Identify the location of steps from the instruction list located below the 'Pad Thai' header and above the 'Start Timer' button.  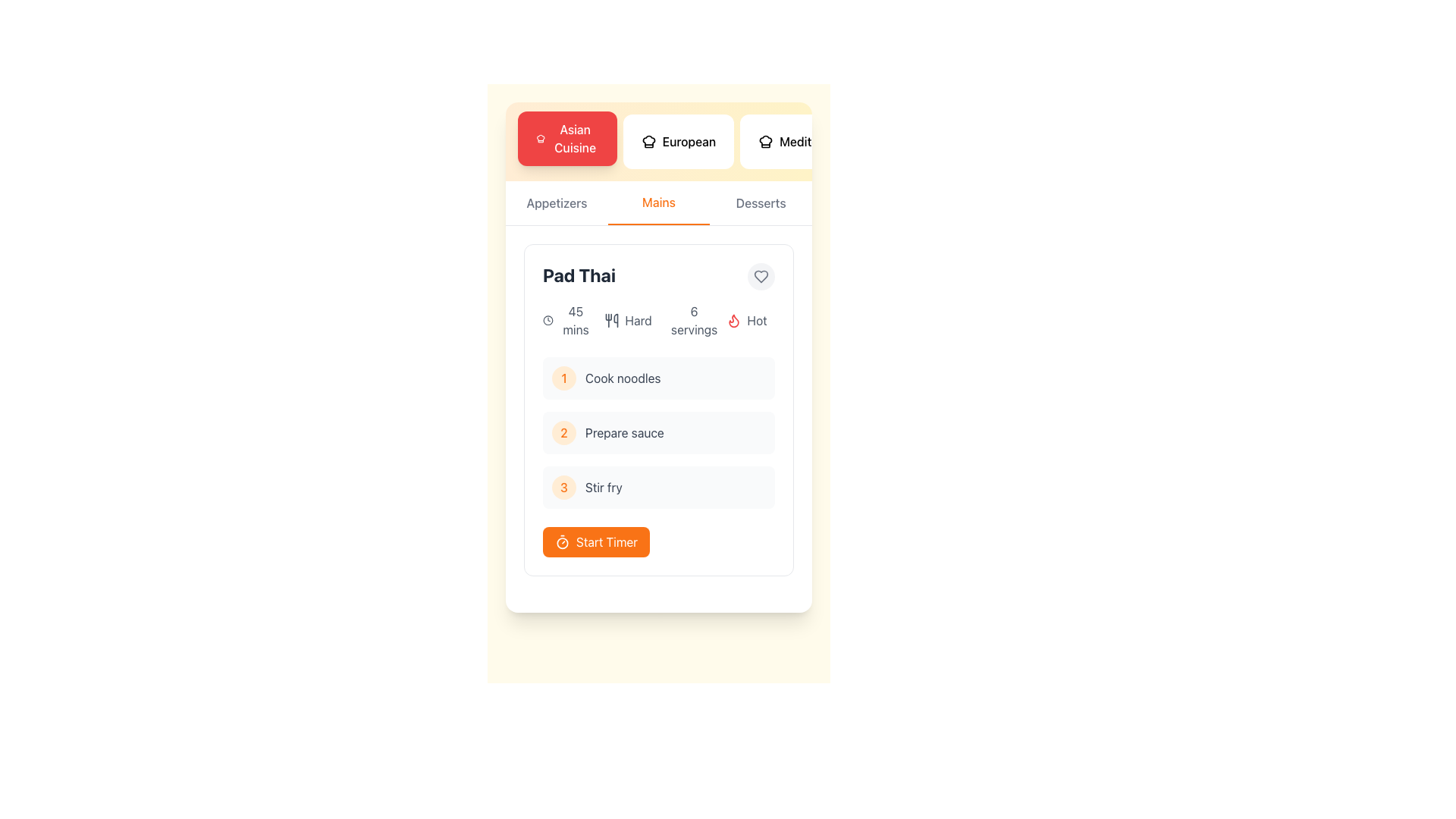
(658, 432).